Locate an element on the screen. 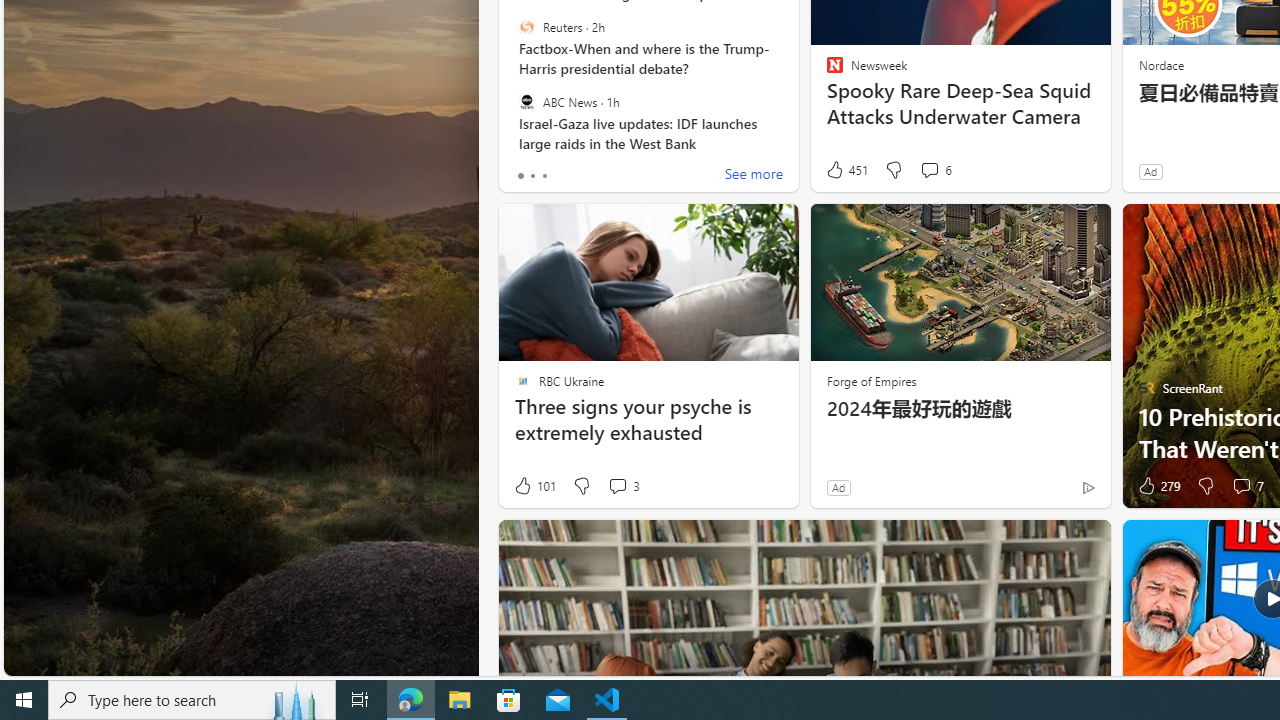 The height and width of the screenshot is (720, 1280). '101 Like' is located at coordinates (534, 486).